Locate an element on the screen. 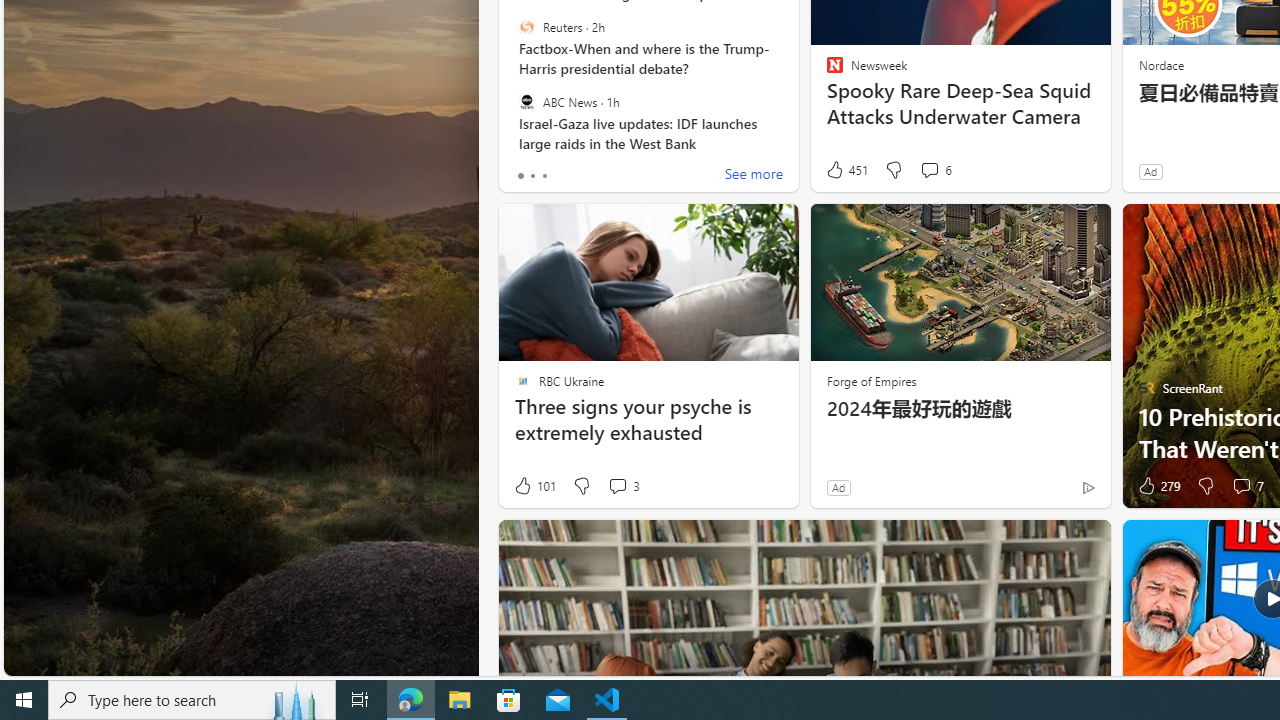 The height and width of the screenshot is (720, 1280). '101 Like' is located at coordinates (534, 486).